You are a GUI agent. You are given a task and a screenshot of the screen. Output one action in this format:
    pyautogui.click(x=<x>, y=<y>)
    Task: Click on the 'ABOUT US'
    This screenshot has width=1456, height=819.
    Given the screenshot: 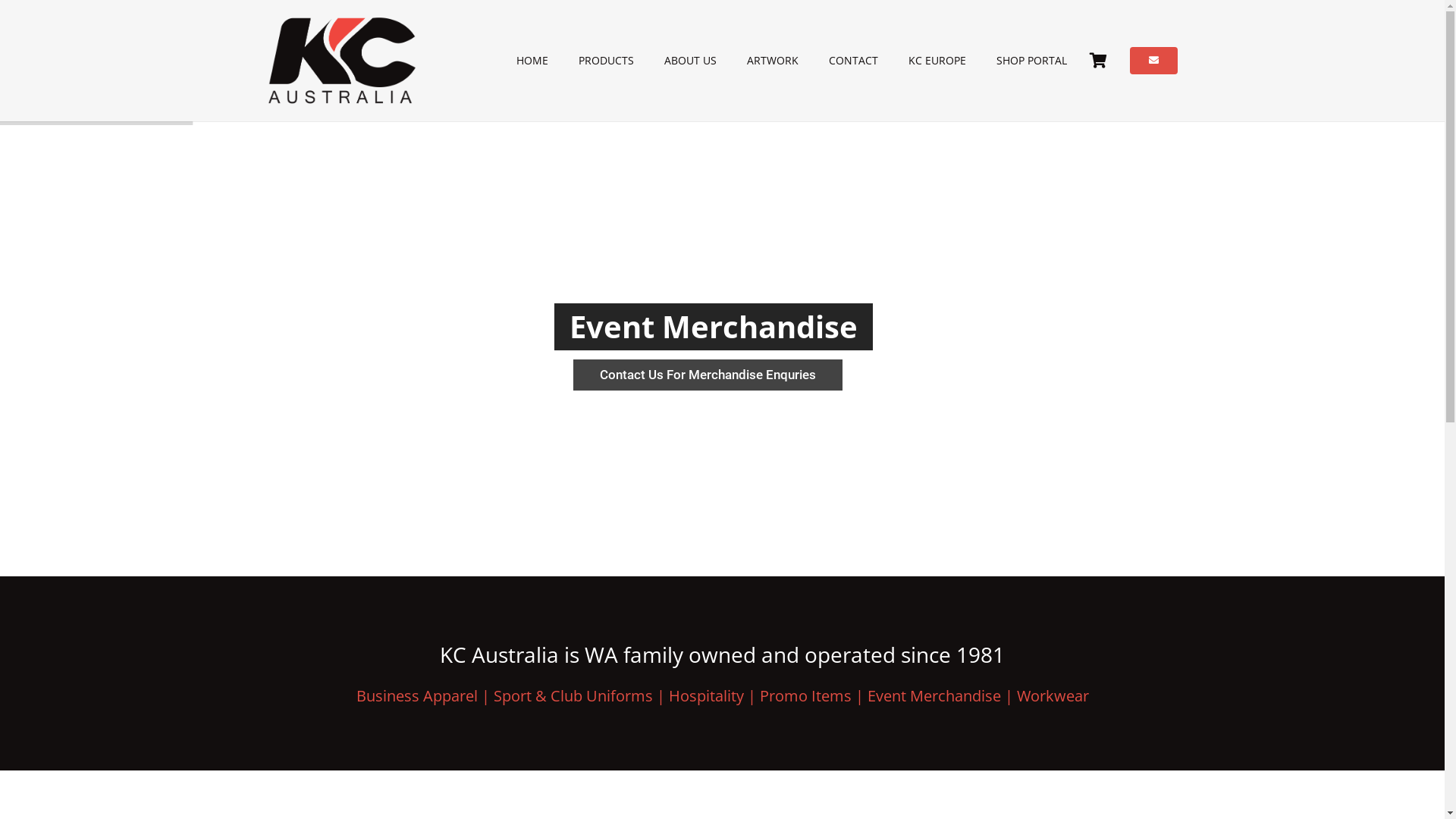 What is the action you would take?
    pyautogui.click(x=689, y=60)
    